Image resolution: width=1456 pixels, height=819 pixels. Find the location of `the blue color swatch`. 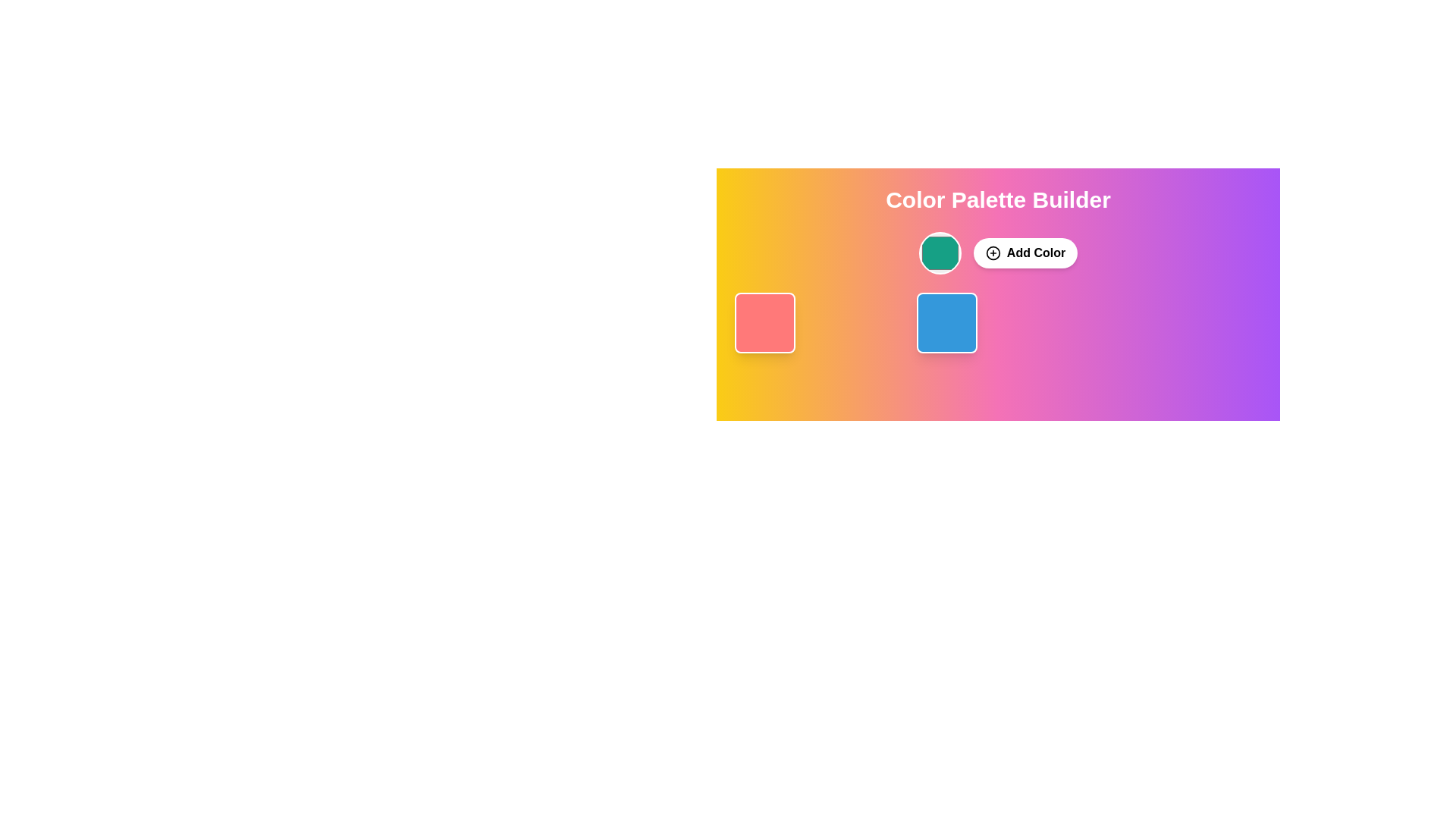

the blue color swatch is located at coordinates (946, 322).